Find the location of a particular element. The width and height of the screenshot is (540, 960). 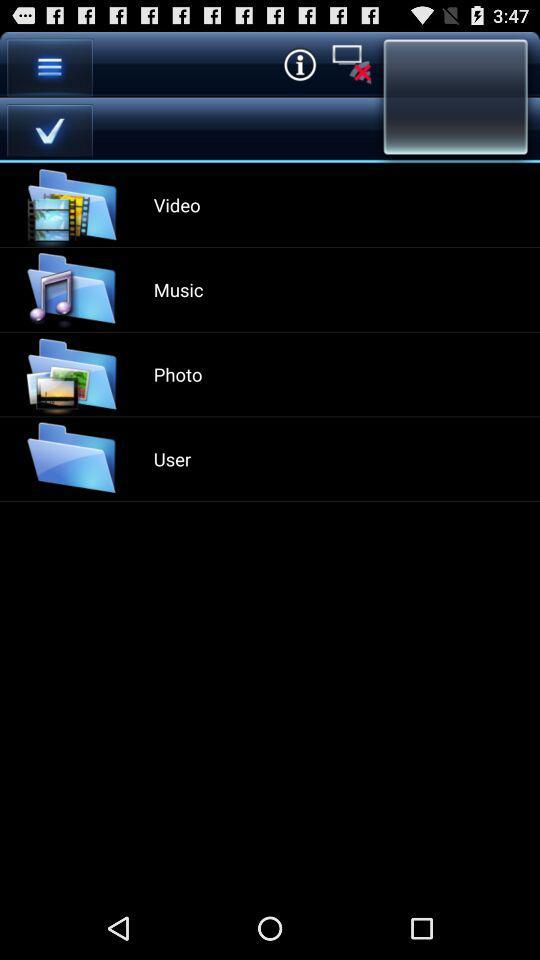

the info icon is located at coordinates (298, 68).